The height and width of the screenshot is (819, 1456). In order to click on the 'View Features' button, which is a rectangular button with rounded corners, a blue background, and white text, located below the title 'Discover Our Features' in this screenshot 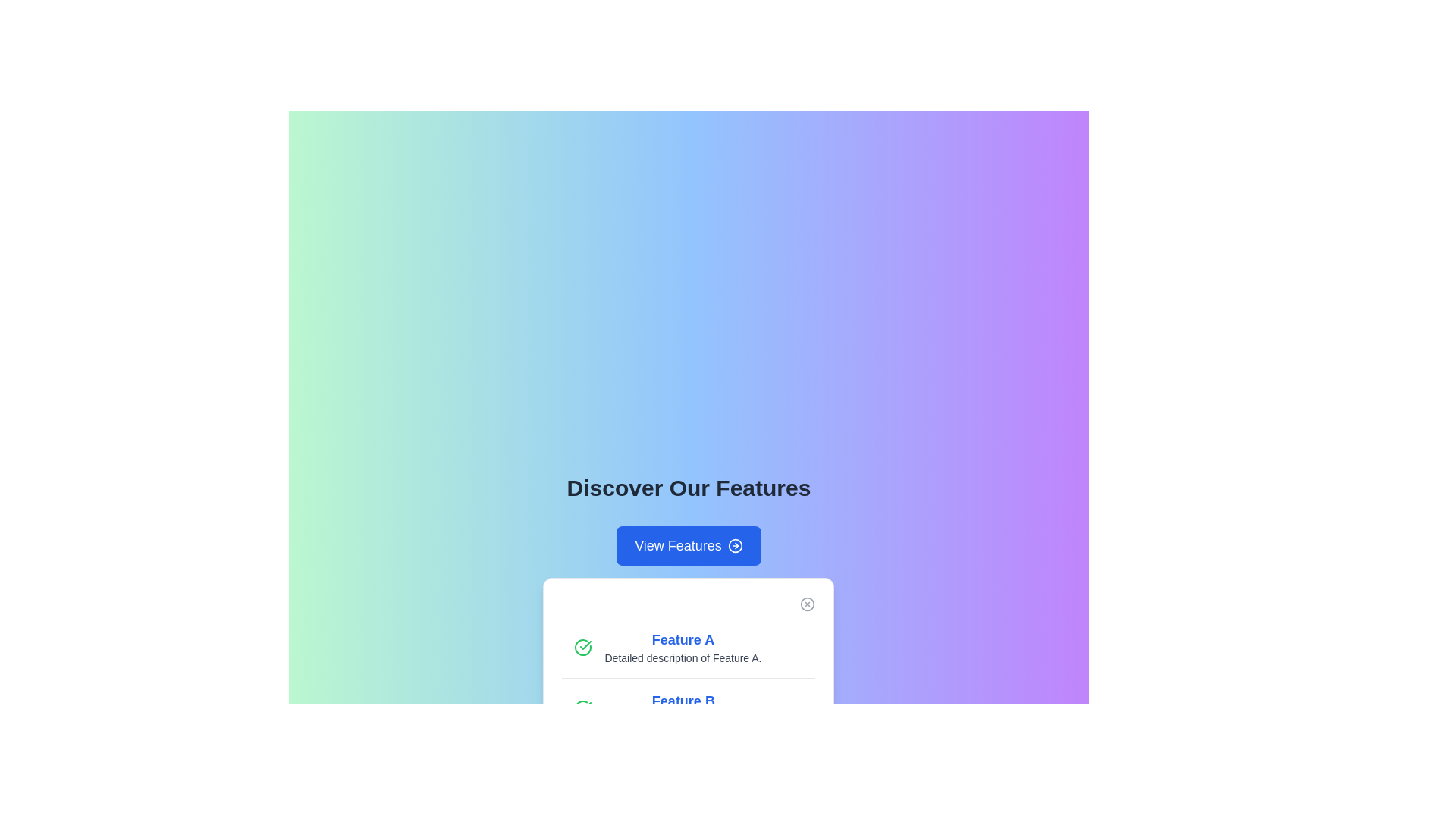, I will do `click(688, 546)`.